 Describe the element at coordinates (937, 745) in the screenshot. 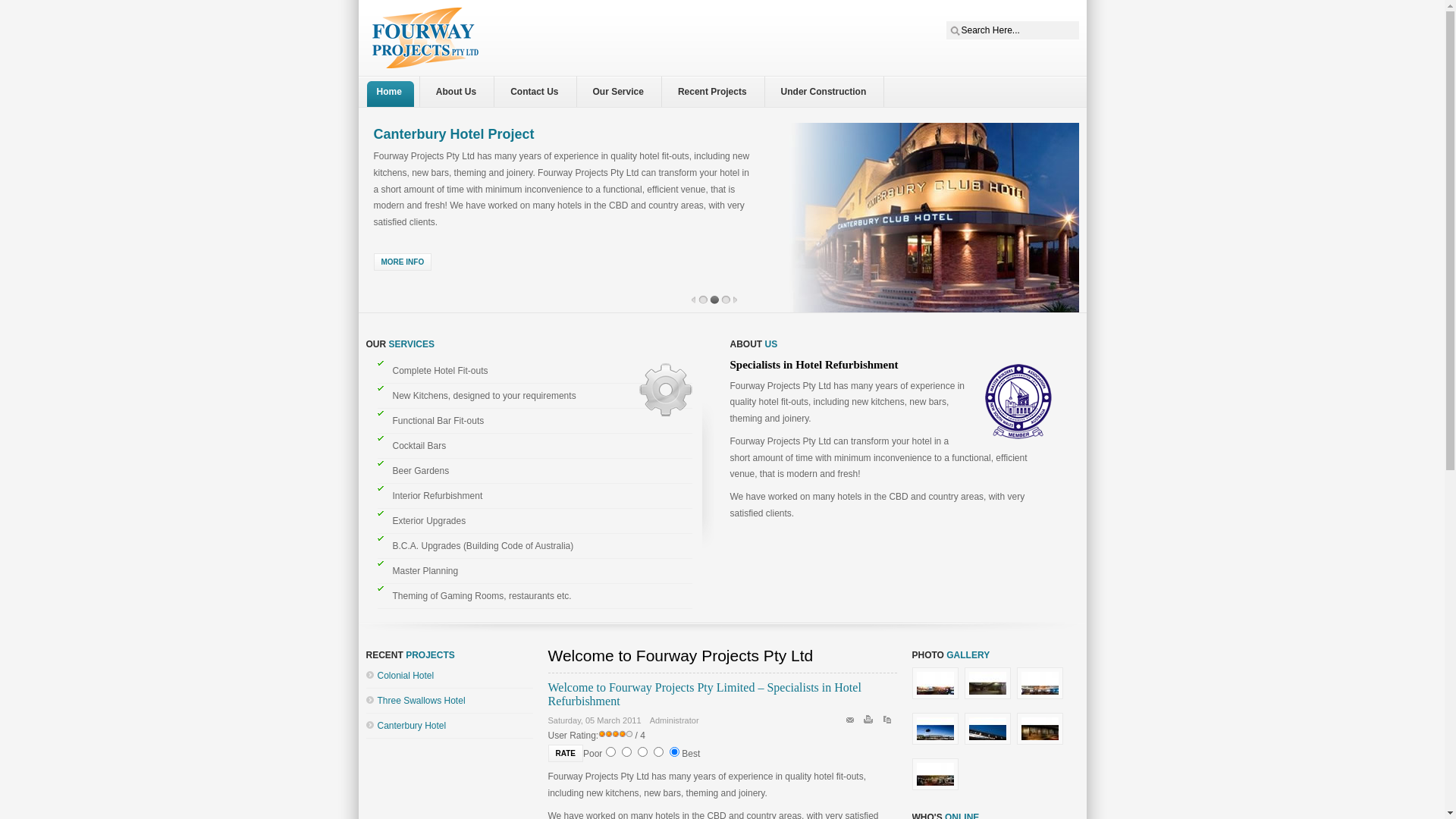

I see `'Photo Gallery'` at that location.